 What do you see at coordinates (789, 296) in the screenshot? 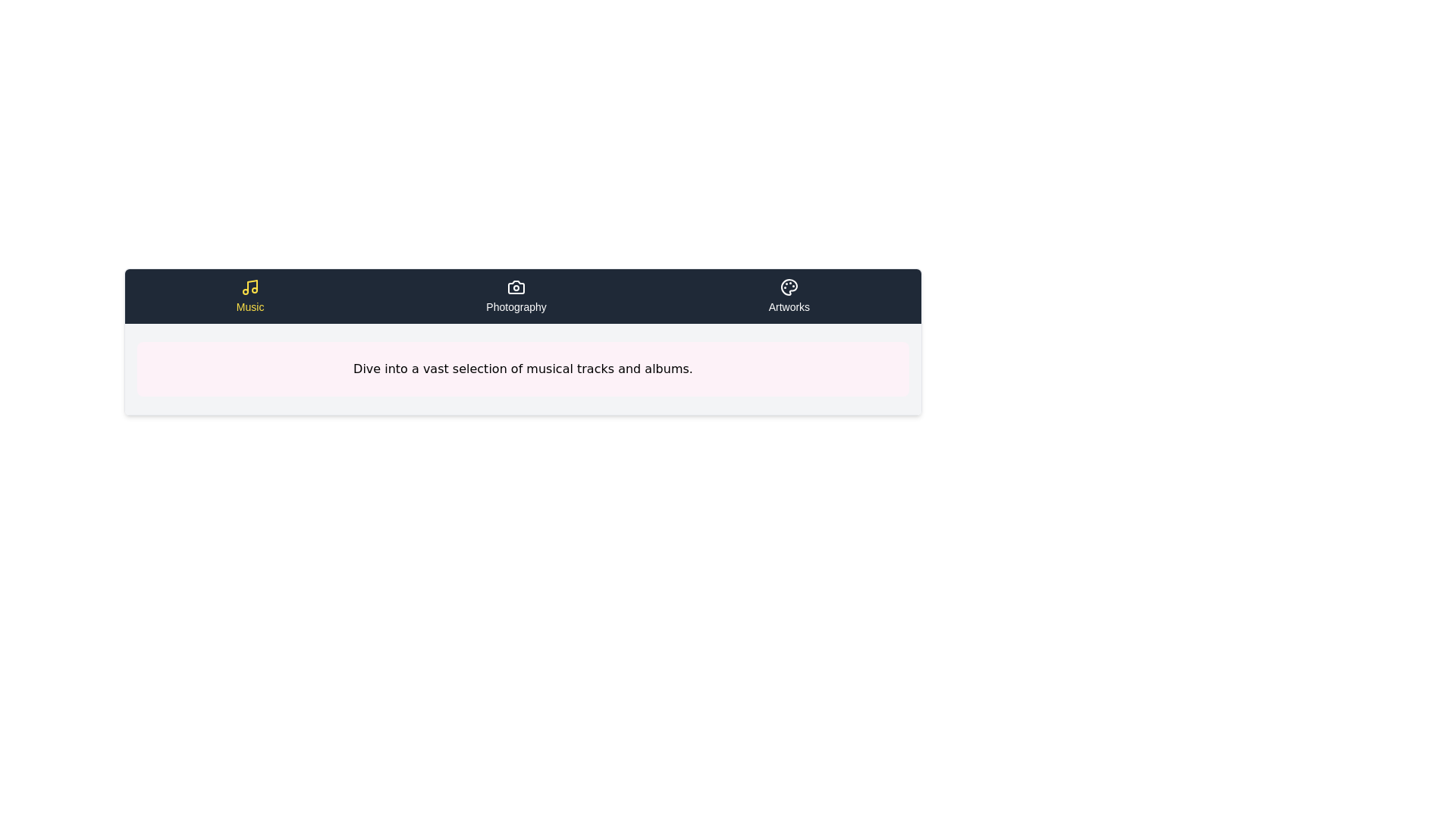
I see `the tab icon corresponding to Artworks` at bounding box center [789, 296].